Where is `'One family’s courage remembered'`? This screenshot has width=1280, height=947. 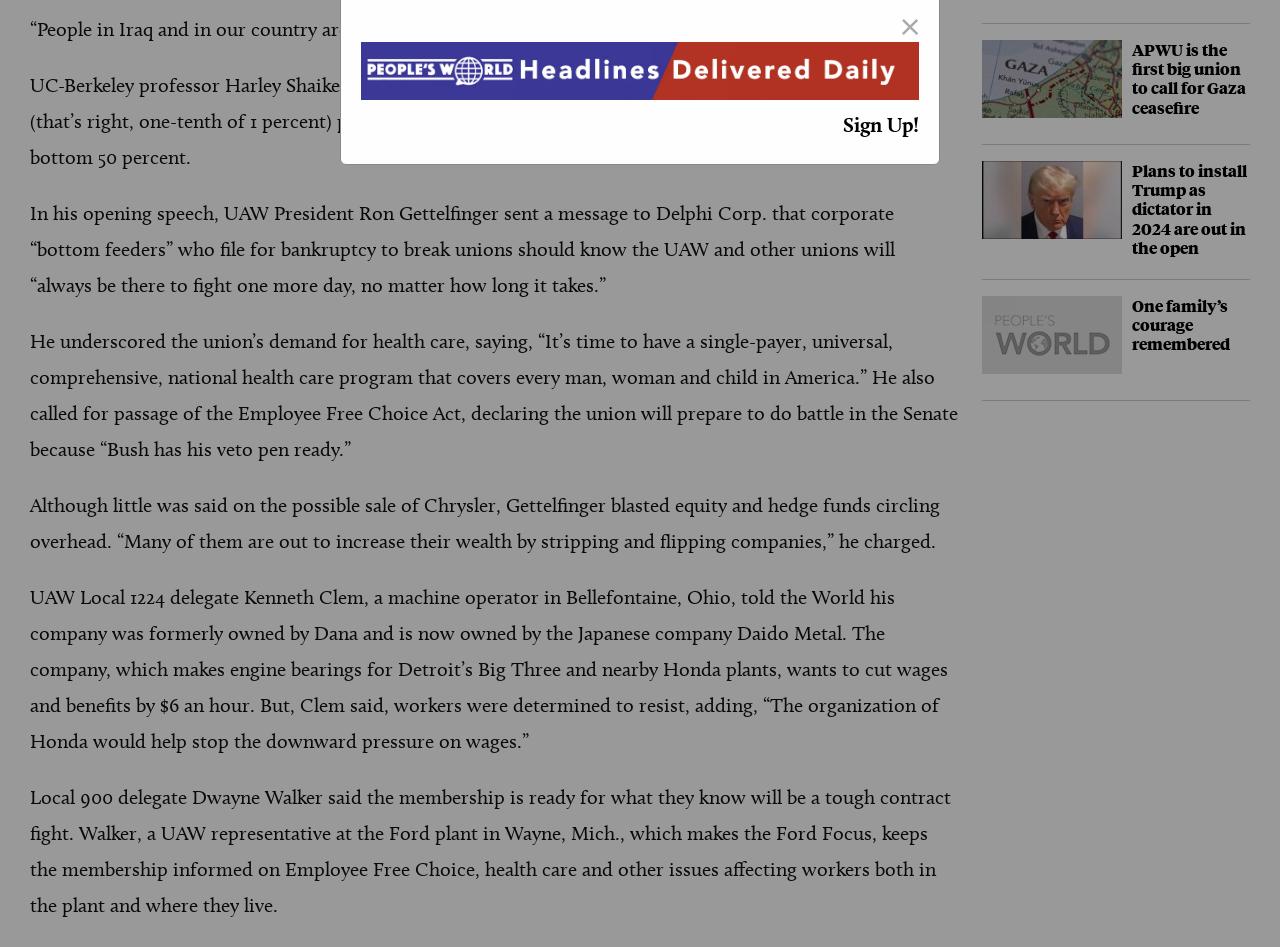
'One family’s courage remembered' is located at coordinates (1180, 323).